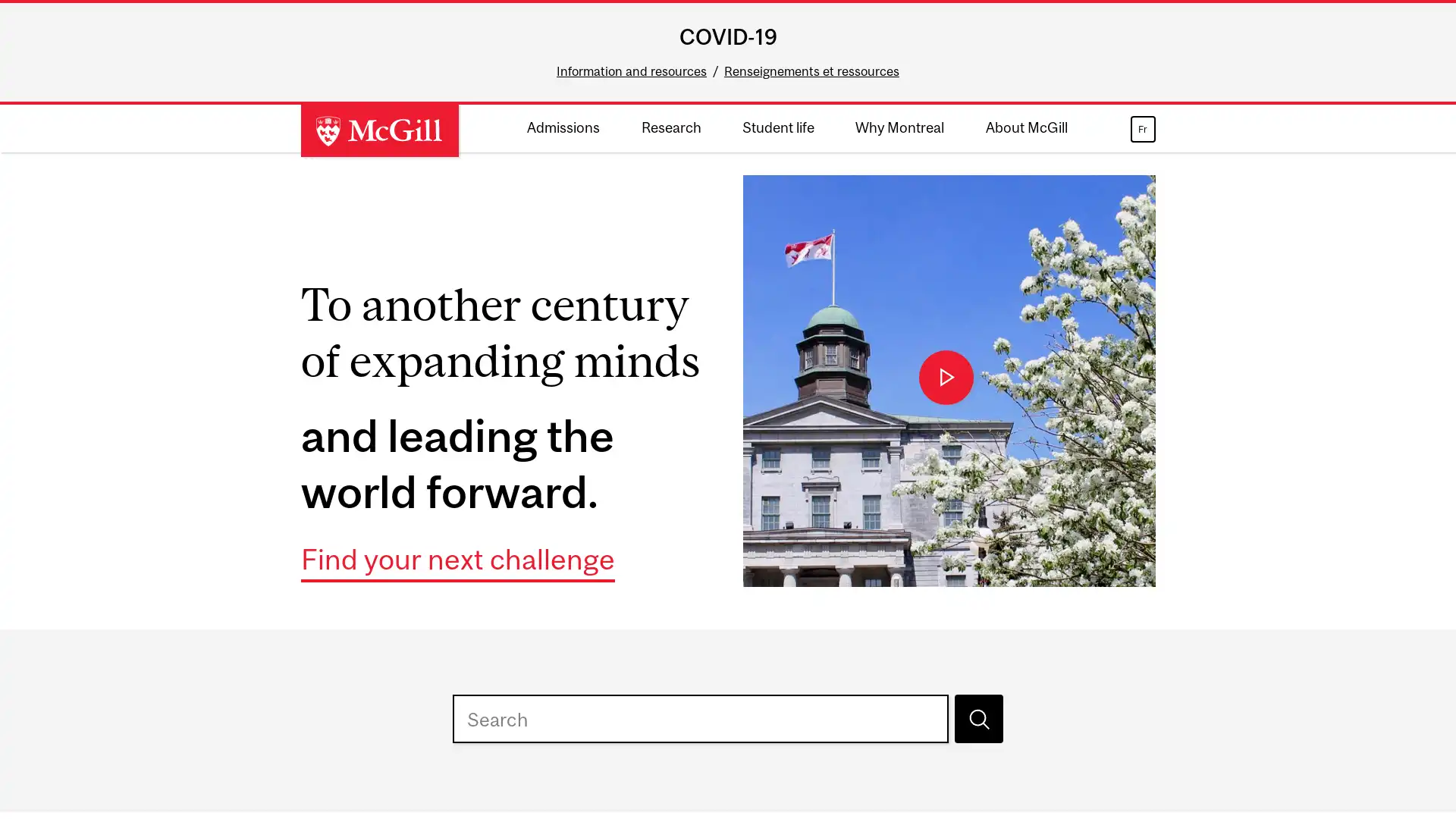  Describe the element at coordinates (670, 127) in the screenshot. I see `Research` at that location.